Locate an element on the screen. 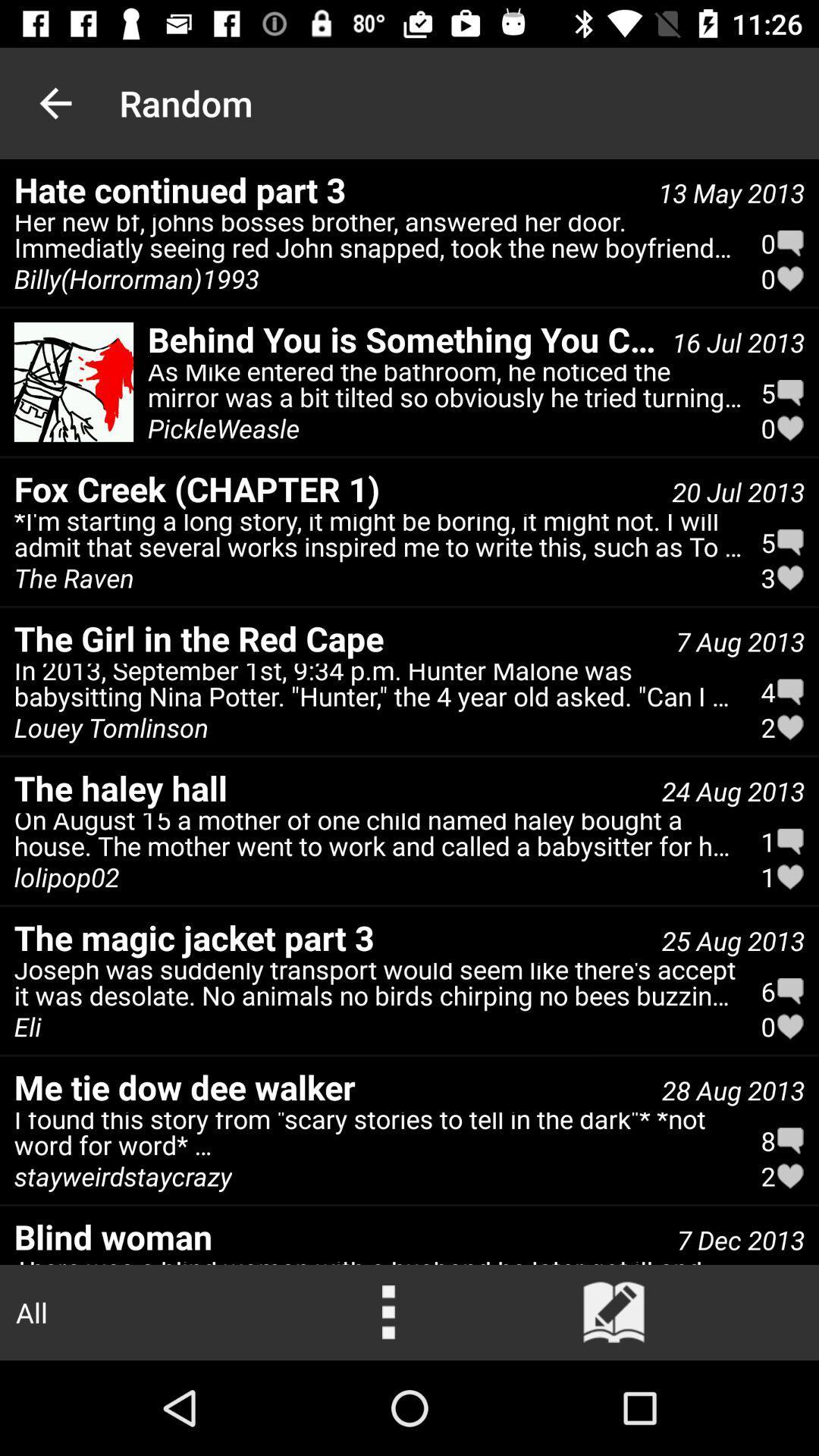  item next to 0 icon is located at coordinates (378, 240).